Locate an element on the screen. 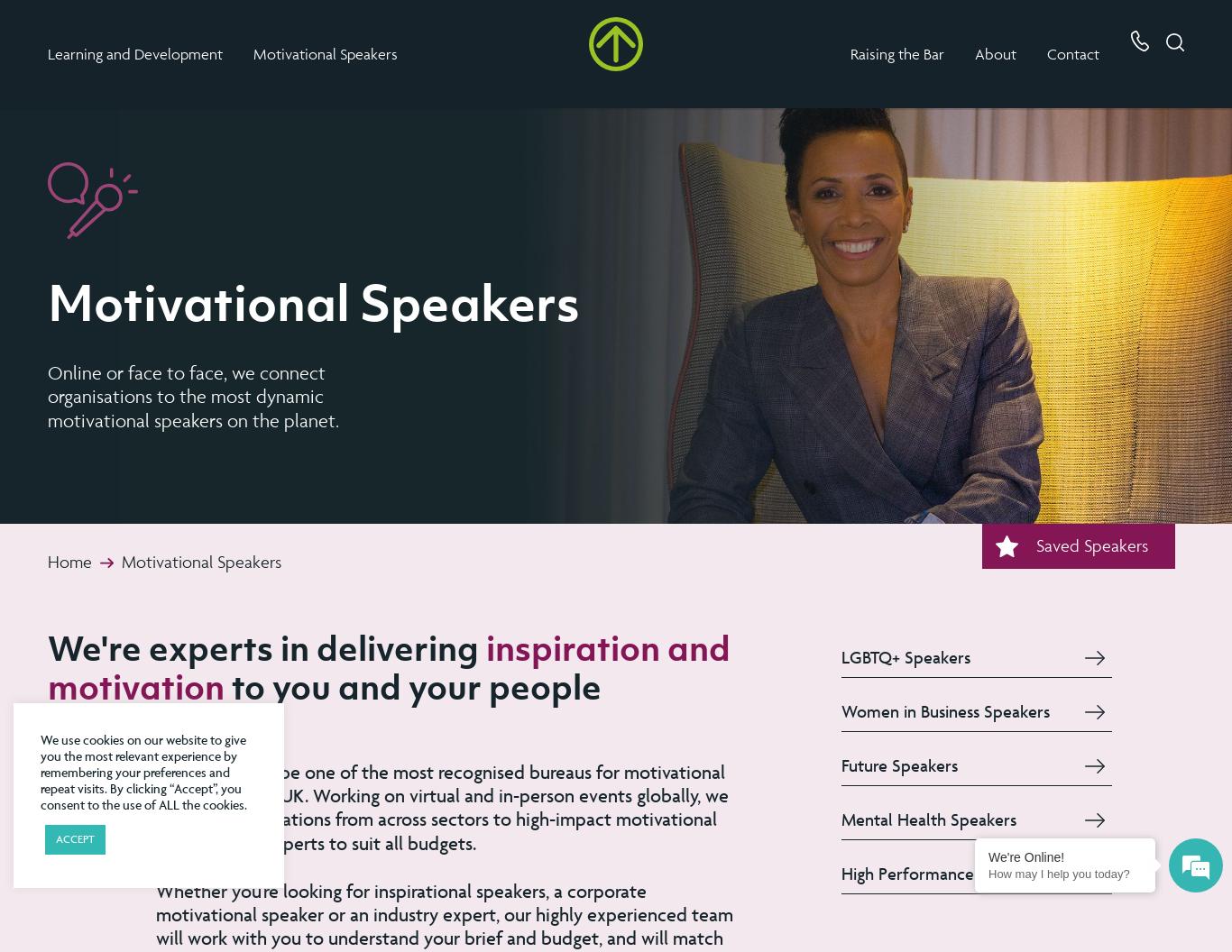 This screenshot has height=952, width=1232. 'How may I help you today?' is located at coordinates (1058, 874).